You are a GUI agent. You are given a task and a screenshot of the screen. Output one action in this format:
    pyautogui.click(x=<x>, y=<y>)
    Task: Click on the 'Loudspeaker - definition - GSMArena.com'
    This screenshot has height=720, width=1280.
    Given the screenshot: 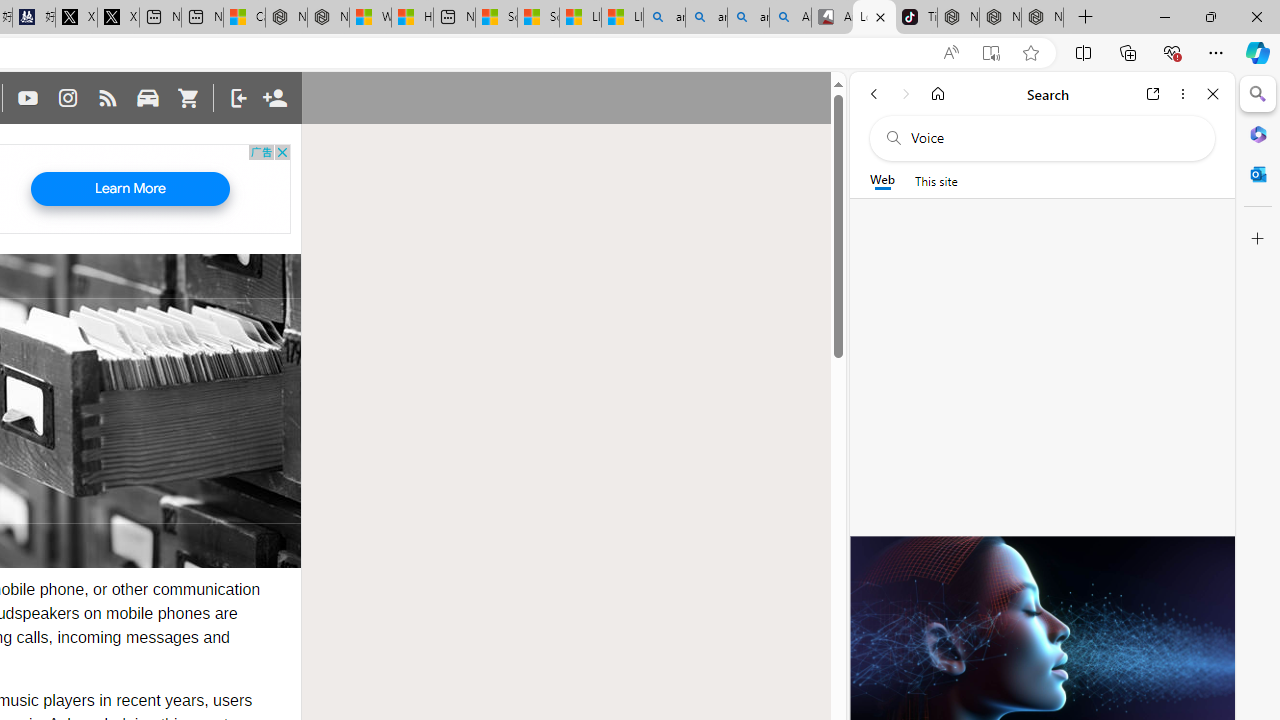 What is the action you would take?
    pyautogui.click(x=874, y=17)
    